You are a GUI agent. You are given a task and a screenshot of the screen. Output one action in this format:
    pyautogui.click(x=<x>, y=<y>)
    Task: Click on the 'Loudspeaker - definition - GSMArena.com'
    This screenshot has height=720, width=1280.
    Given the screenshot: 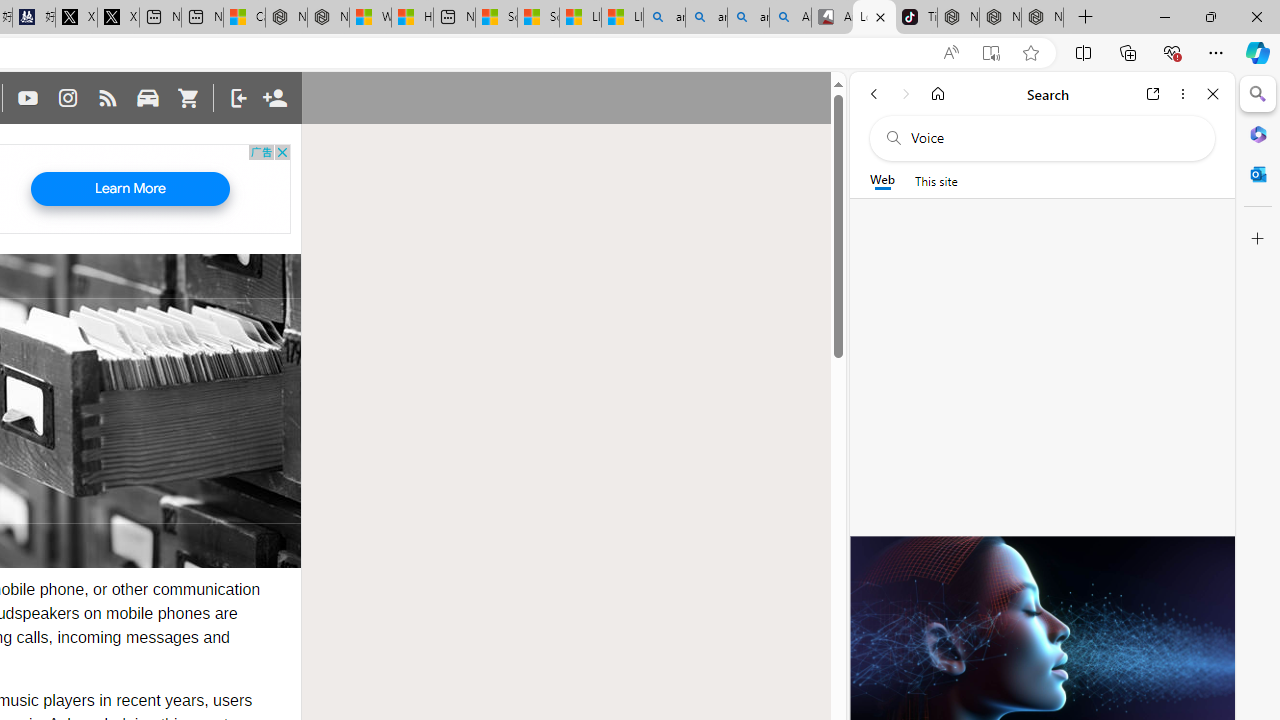 What is the action you would take?
    pyautogui.click(x=874, y=17)
    